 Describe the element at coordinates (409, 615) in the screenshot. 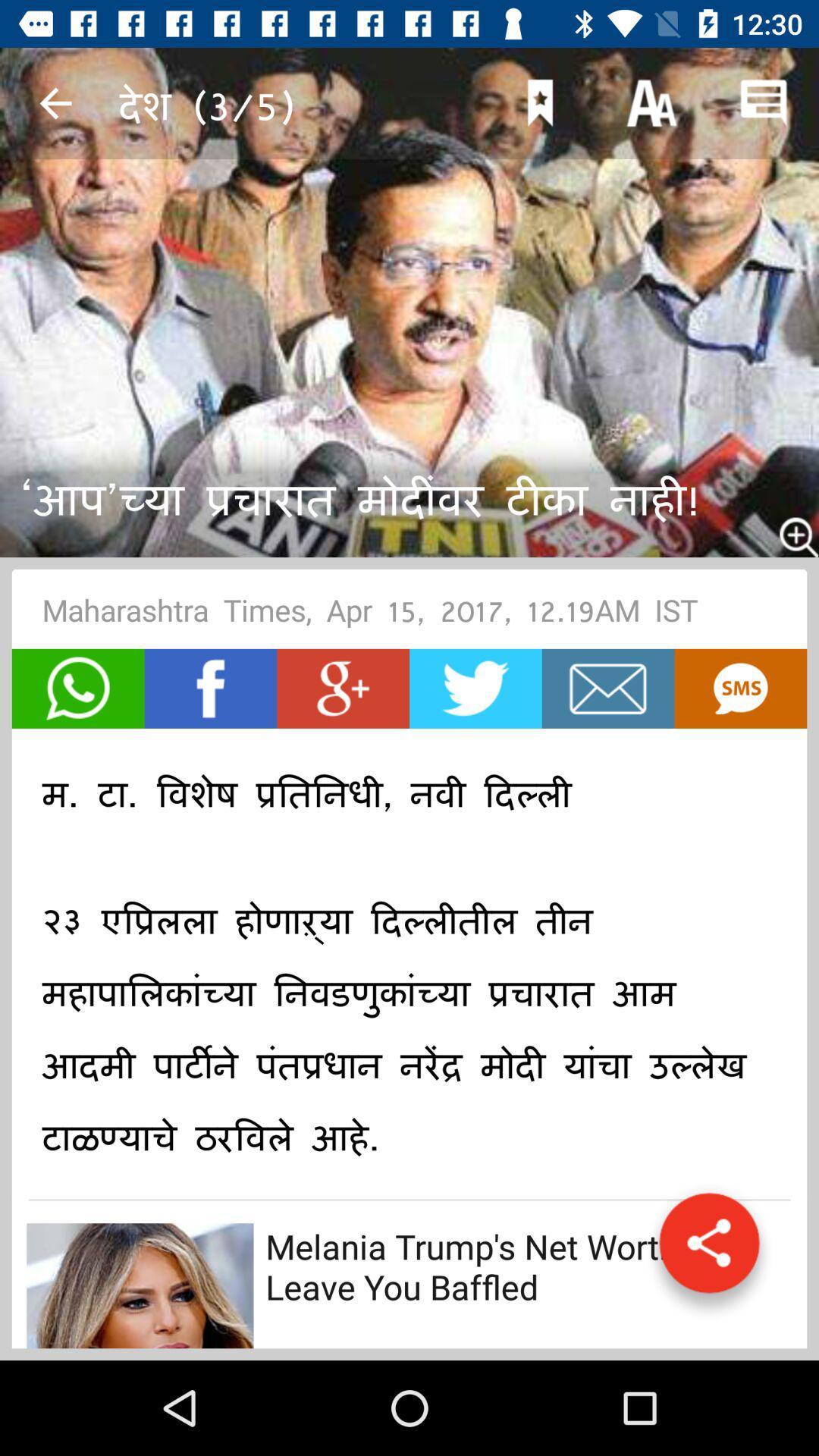

I see `maharashtra times apr icon` at that location.